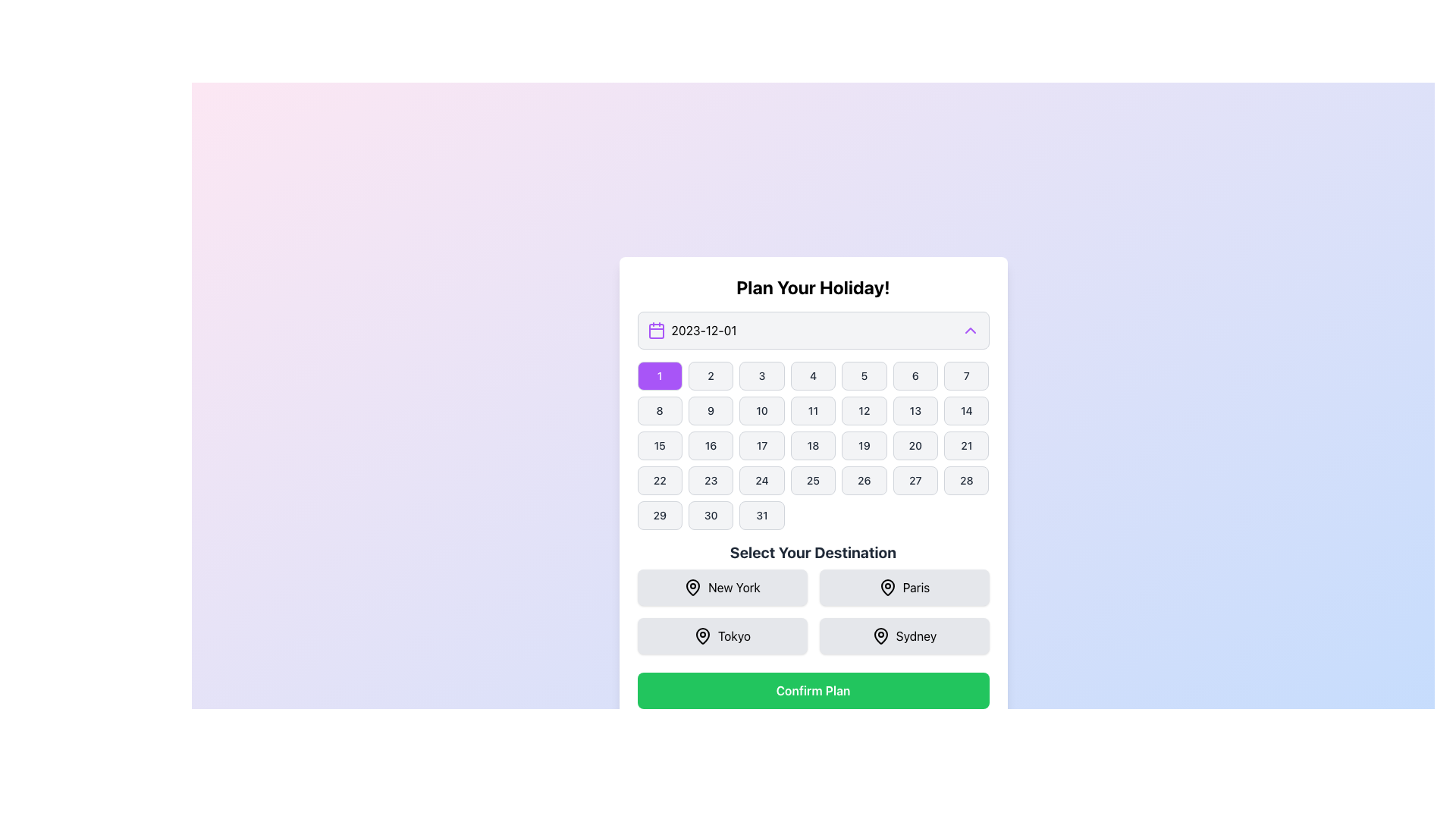 This screenshot has width=1456, height=819. Describe the element at coordinates (915, 375) in the screenshot. I see `the button labeled '6' which is a rectangular button with rounded corners, located in the top row of the calendar day buttons grid` at that location.